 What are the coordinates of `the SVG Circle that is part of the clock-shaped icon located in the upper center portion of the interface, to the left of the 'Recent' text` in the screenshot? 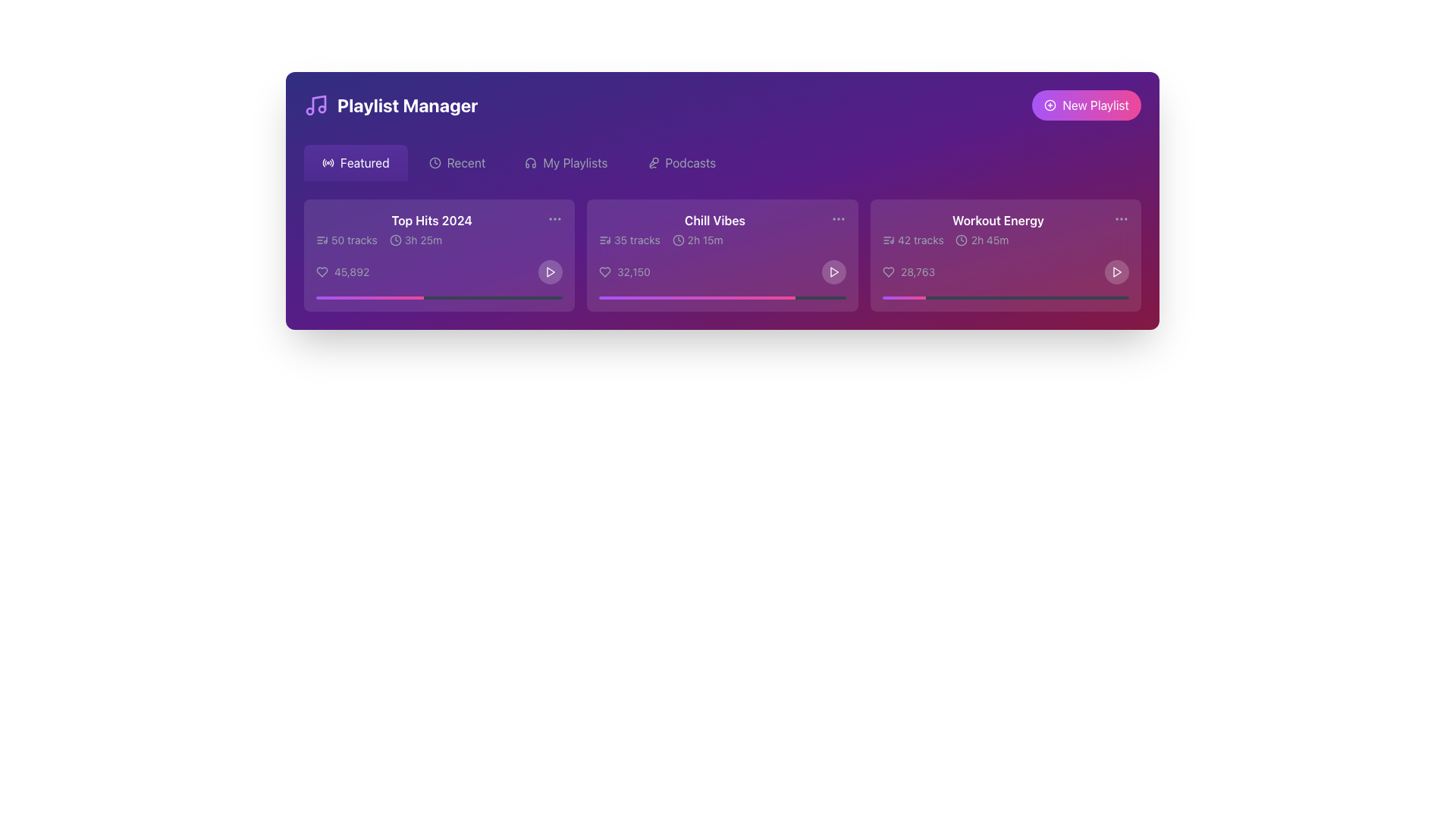 It's located at (434, 163).